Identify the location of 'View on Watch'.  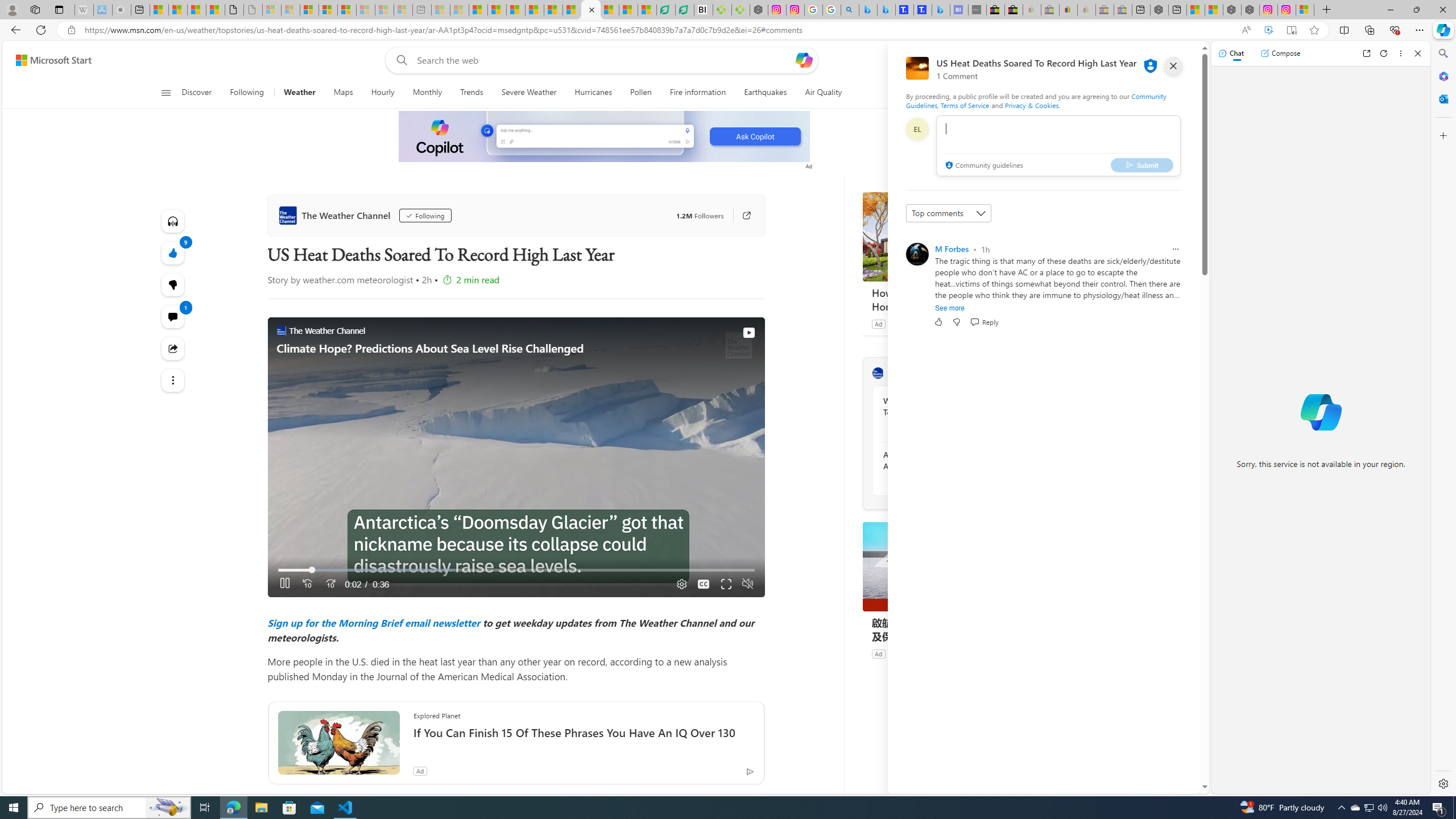
(747, 332).